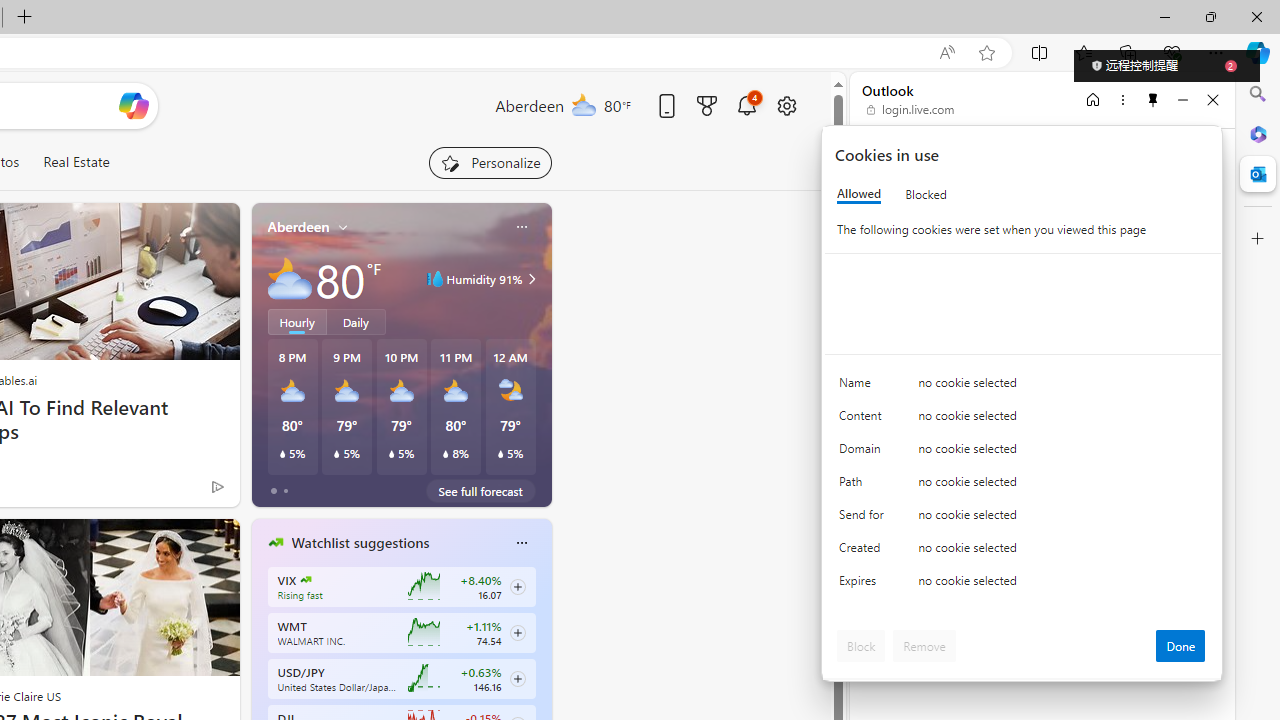 The width and height of the screenshot is (1280, 720). Describe the element at coordinates (529, 279) in the screenshot. I see `'Humidity 91%'` at that location.